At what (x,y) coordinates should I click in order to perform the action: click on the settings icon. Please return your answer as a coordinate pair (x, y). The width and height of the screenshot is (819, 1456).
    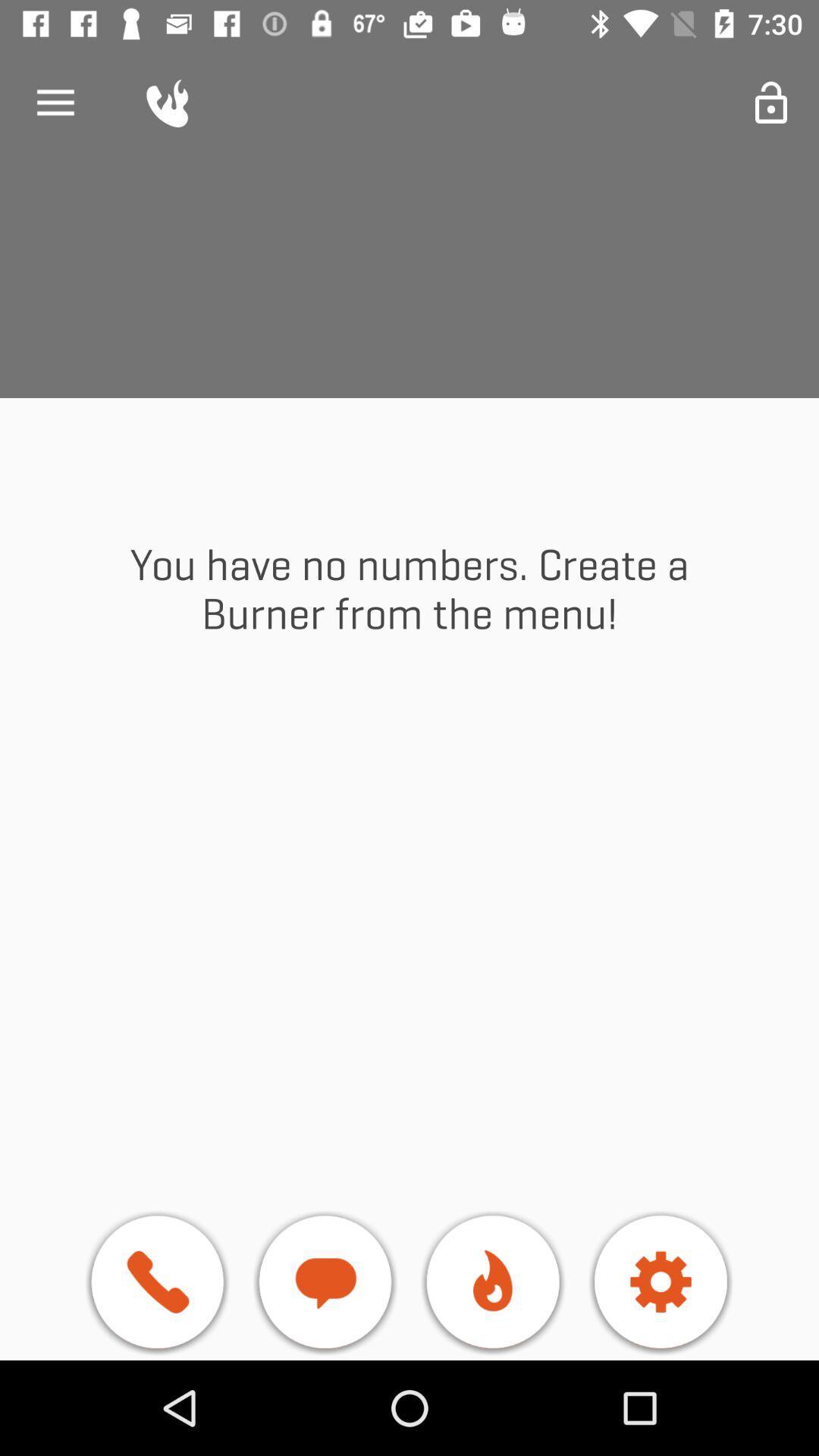
    Looking at the image, I should click on (660, 1284).